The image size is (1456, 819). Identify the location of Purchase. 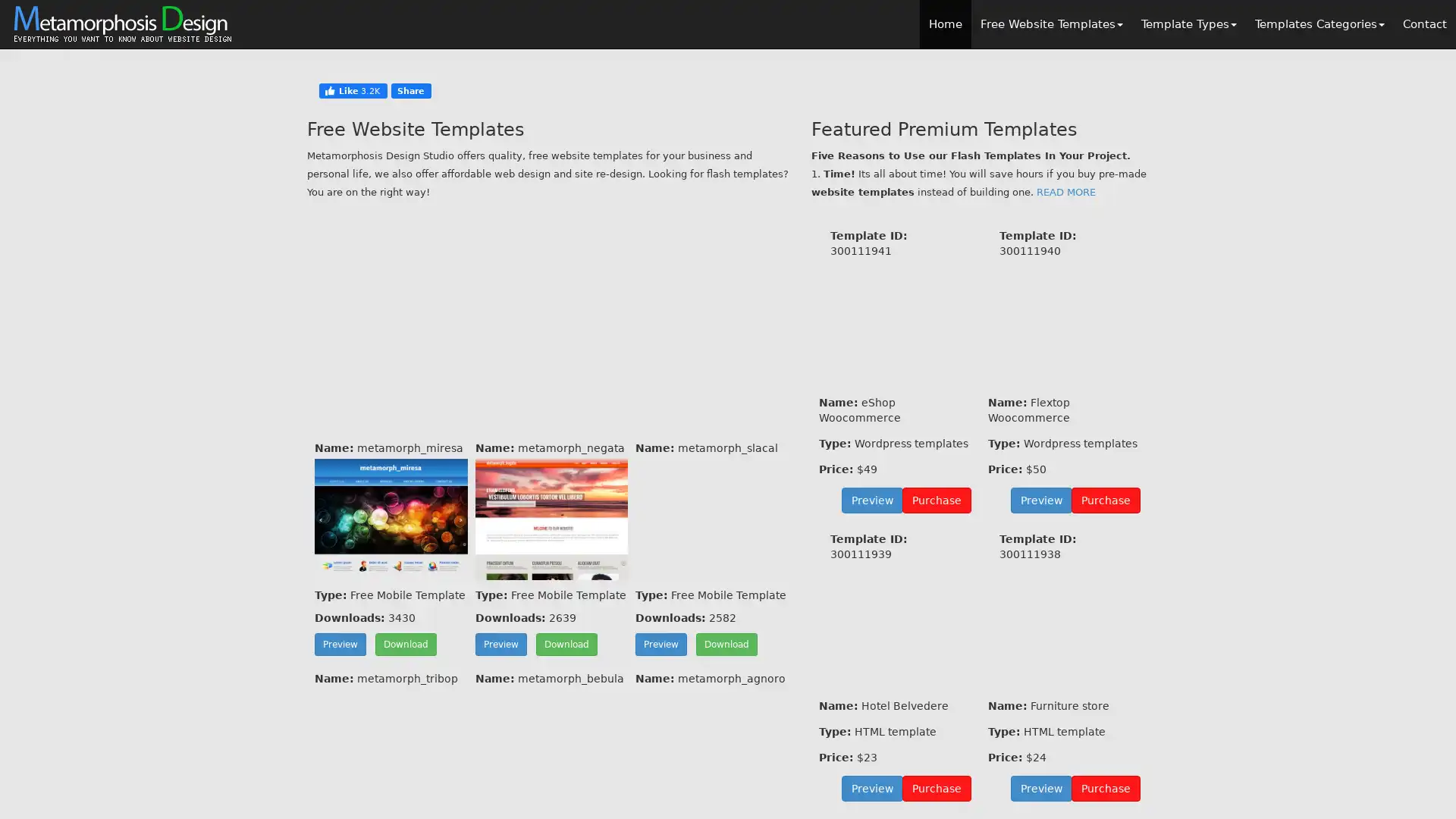
(936, 788).